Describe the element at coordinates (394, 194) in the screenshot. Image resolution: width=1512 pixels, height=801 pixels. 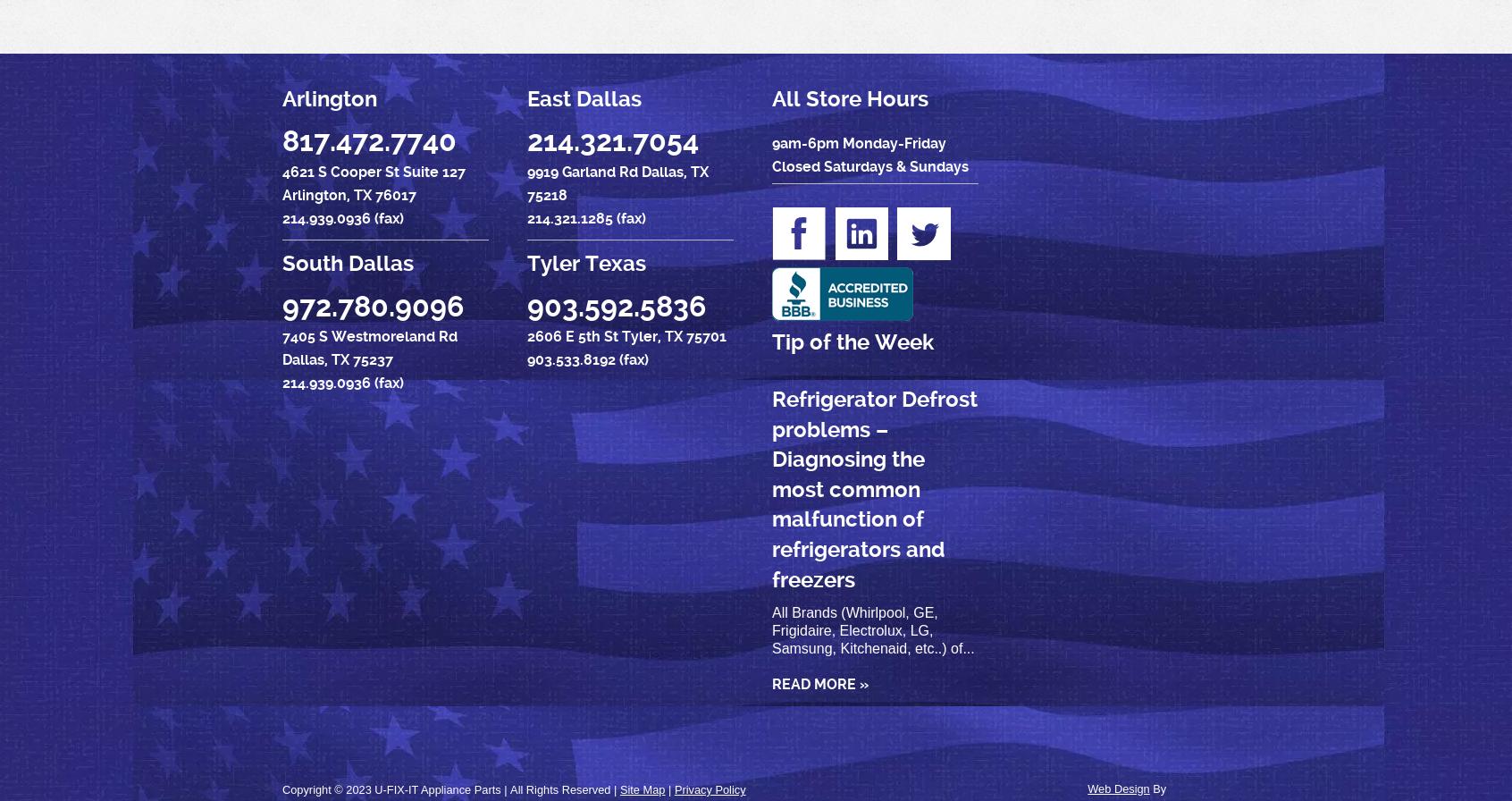
I see `'76017'` at that location.